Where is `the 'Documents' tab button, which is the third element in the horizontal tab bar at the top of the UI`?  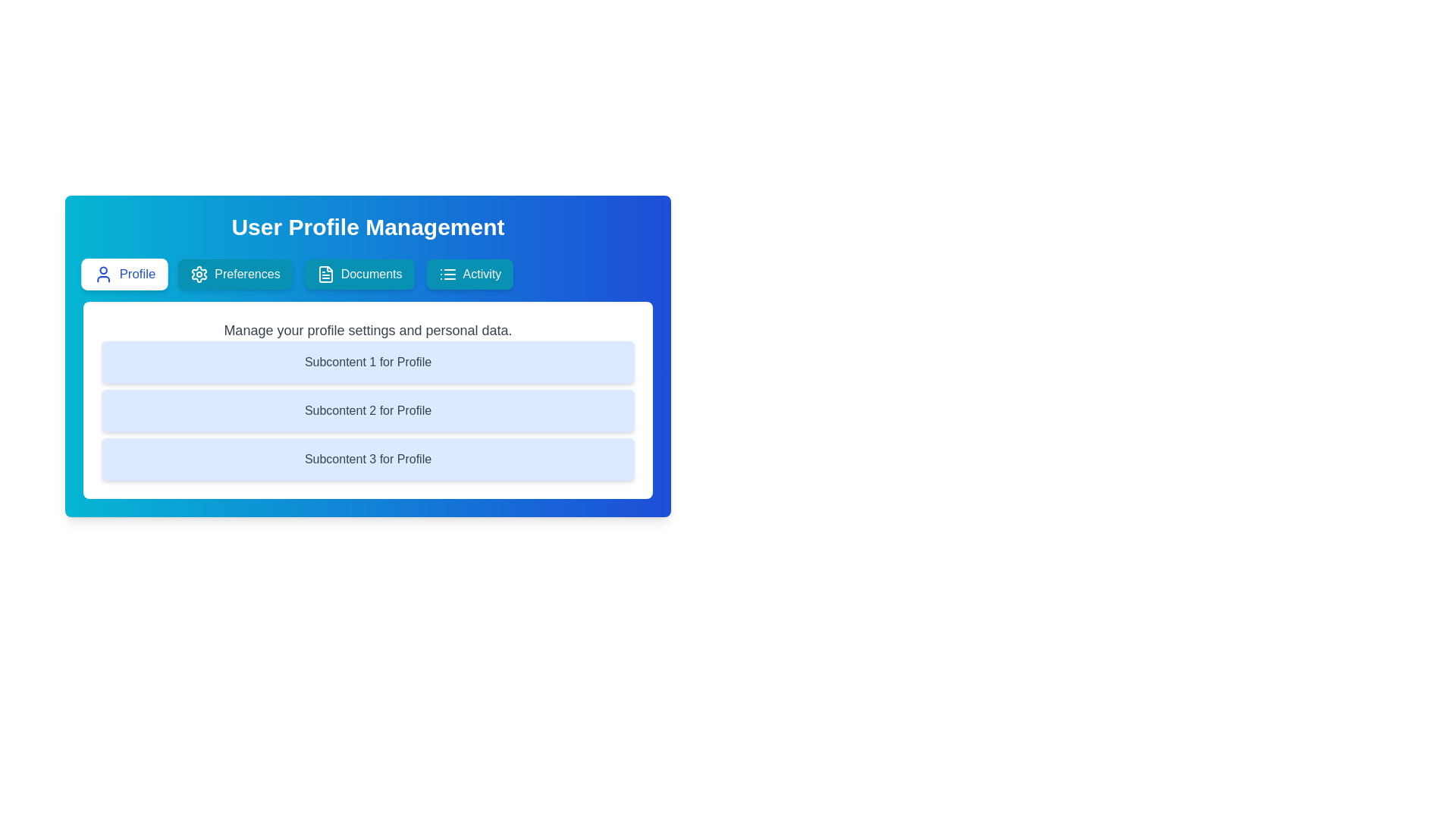
the 'Documents' tab button, which is the third element in the horizontal tab bar at the top of the UI is located at coordinates (359, 275).